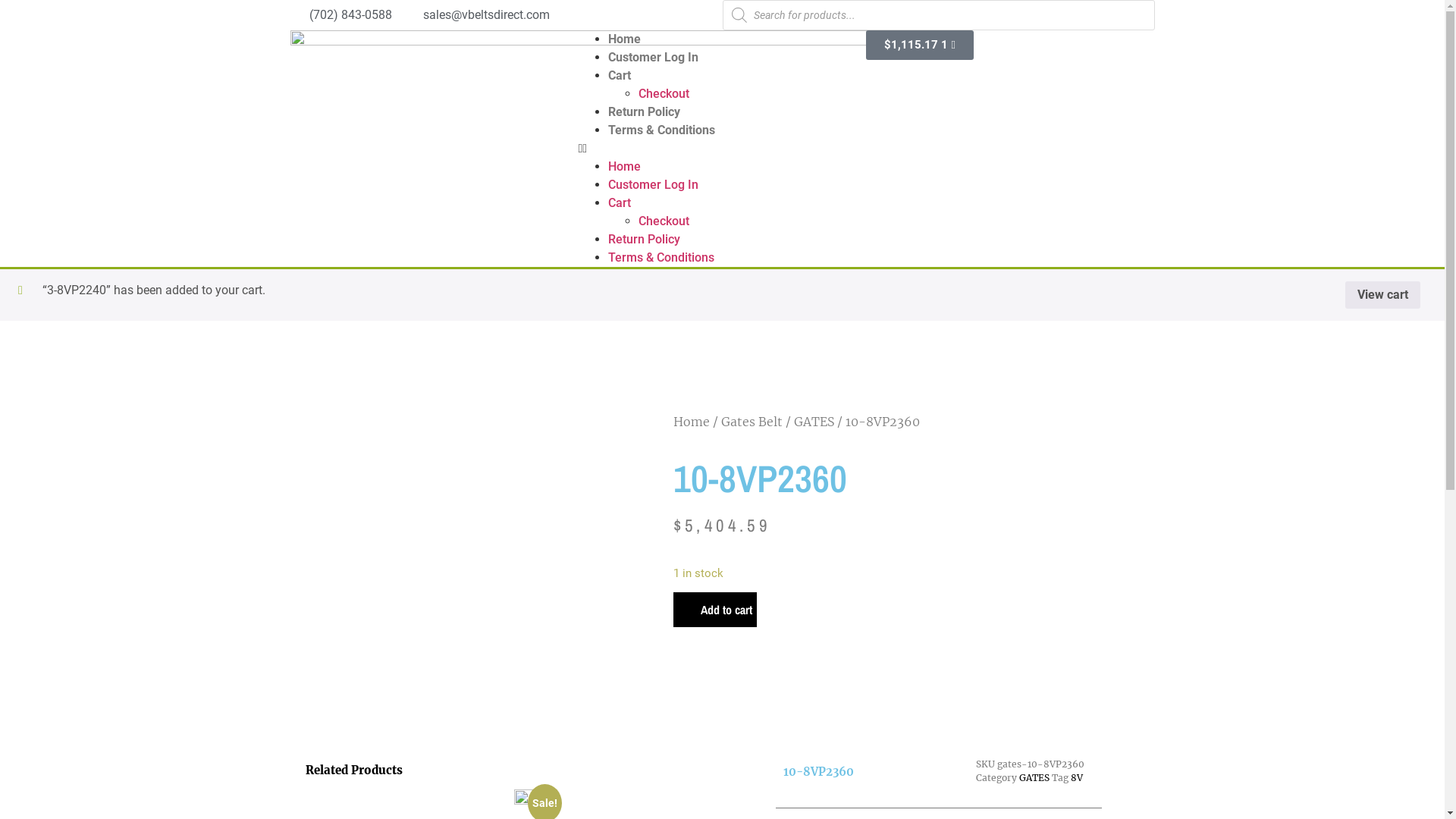 The width and height of the screenshot is (1456, 819). I want to click on 'Checkout', so click(664, 93).